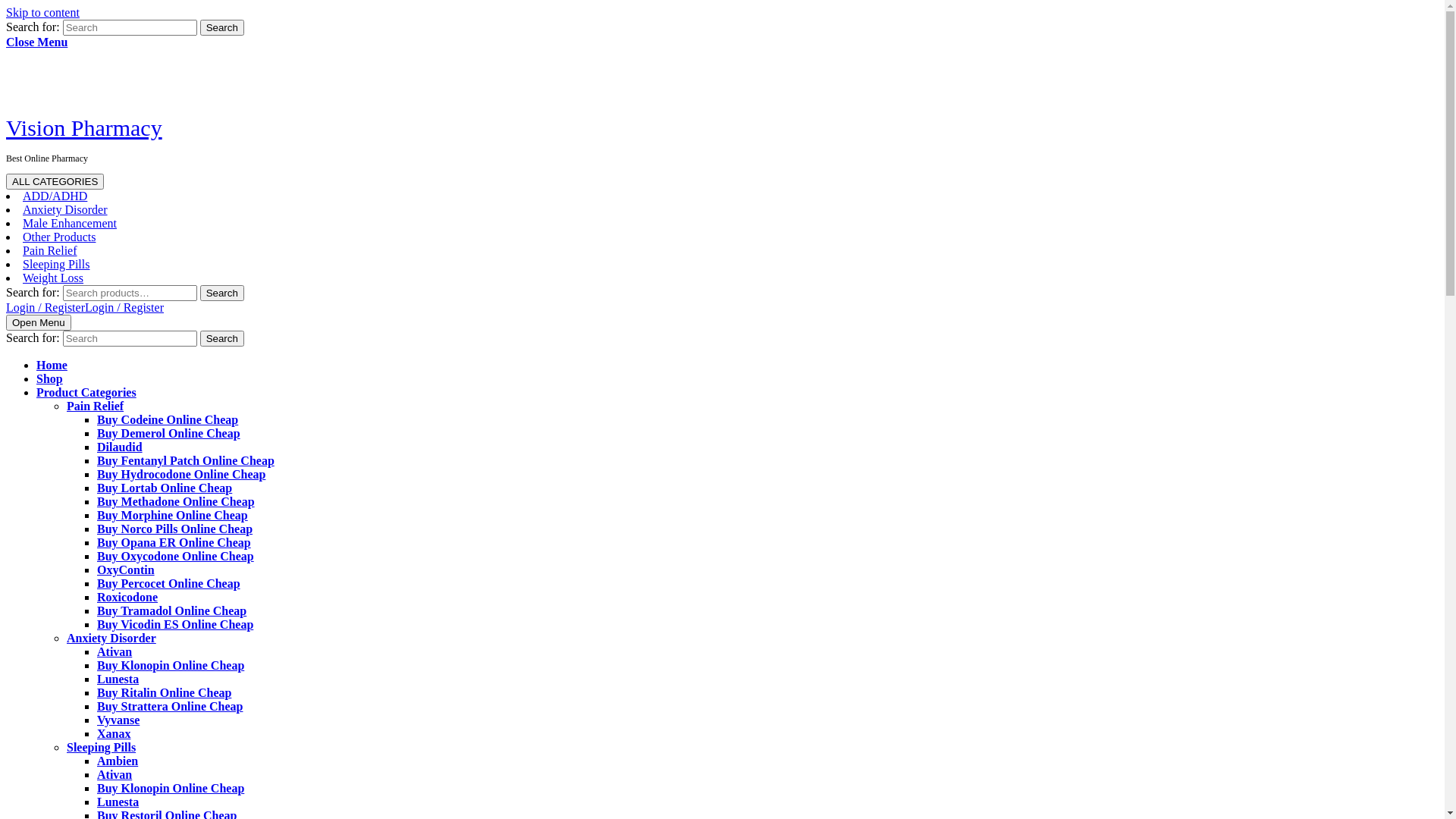 The height and width of the screenshot is (819, 1456). Describe the element at coordinates (55, 263) in the screenshot. I see `'Sleeping Pills'` at that location.